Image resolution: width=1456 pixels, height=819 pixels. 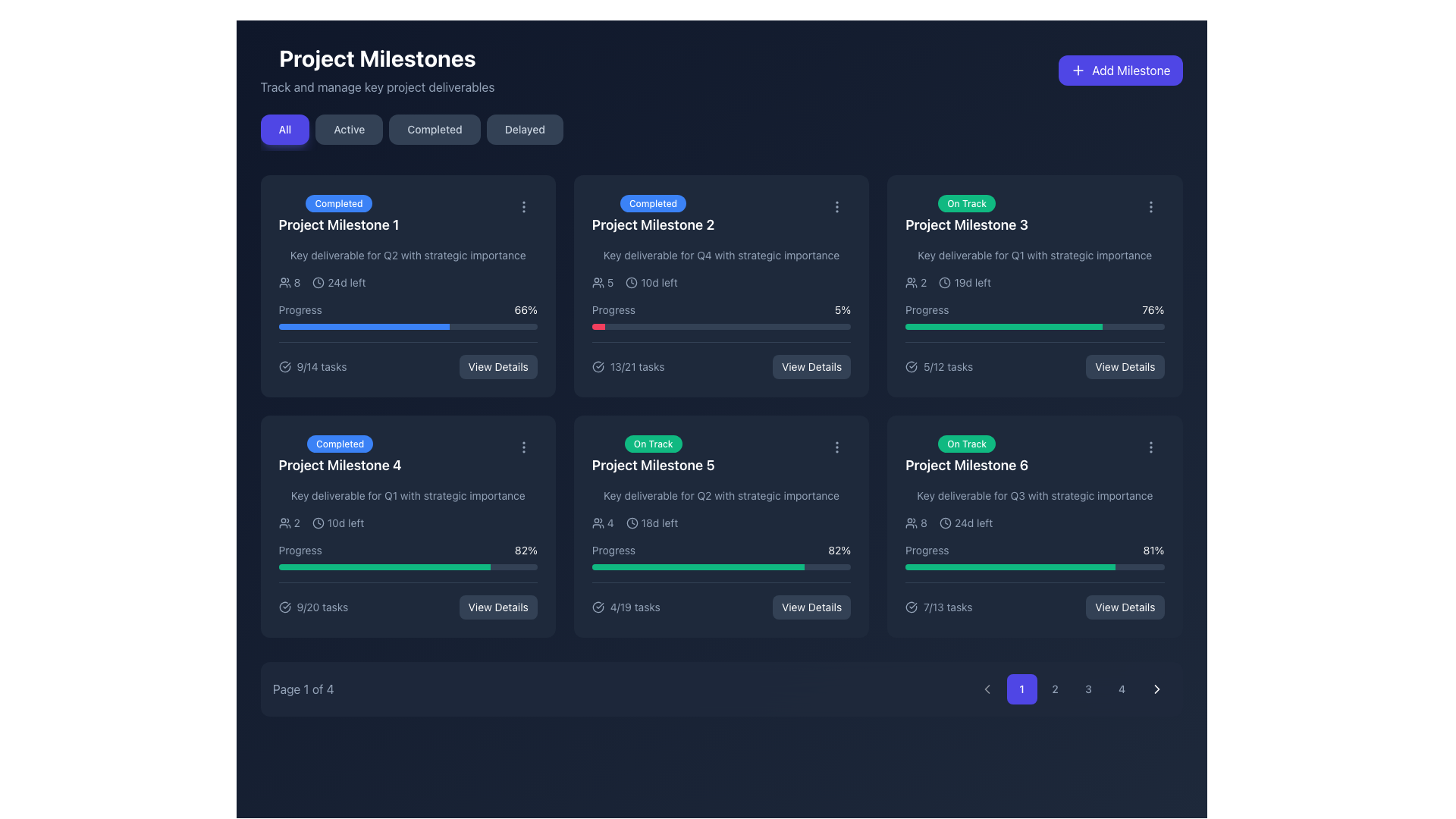 I want to click on the icon button located at the top-right corner of the 'Project Milestone 1' card, so click(x=523, y=207).